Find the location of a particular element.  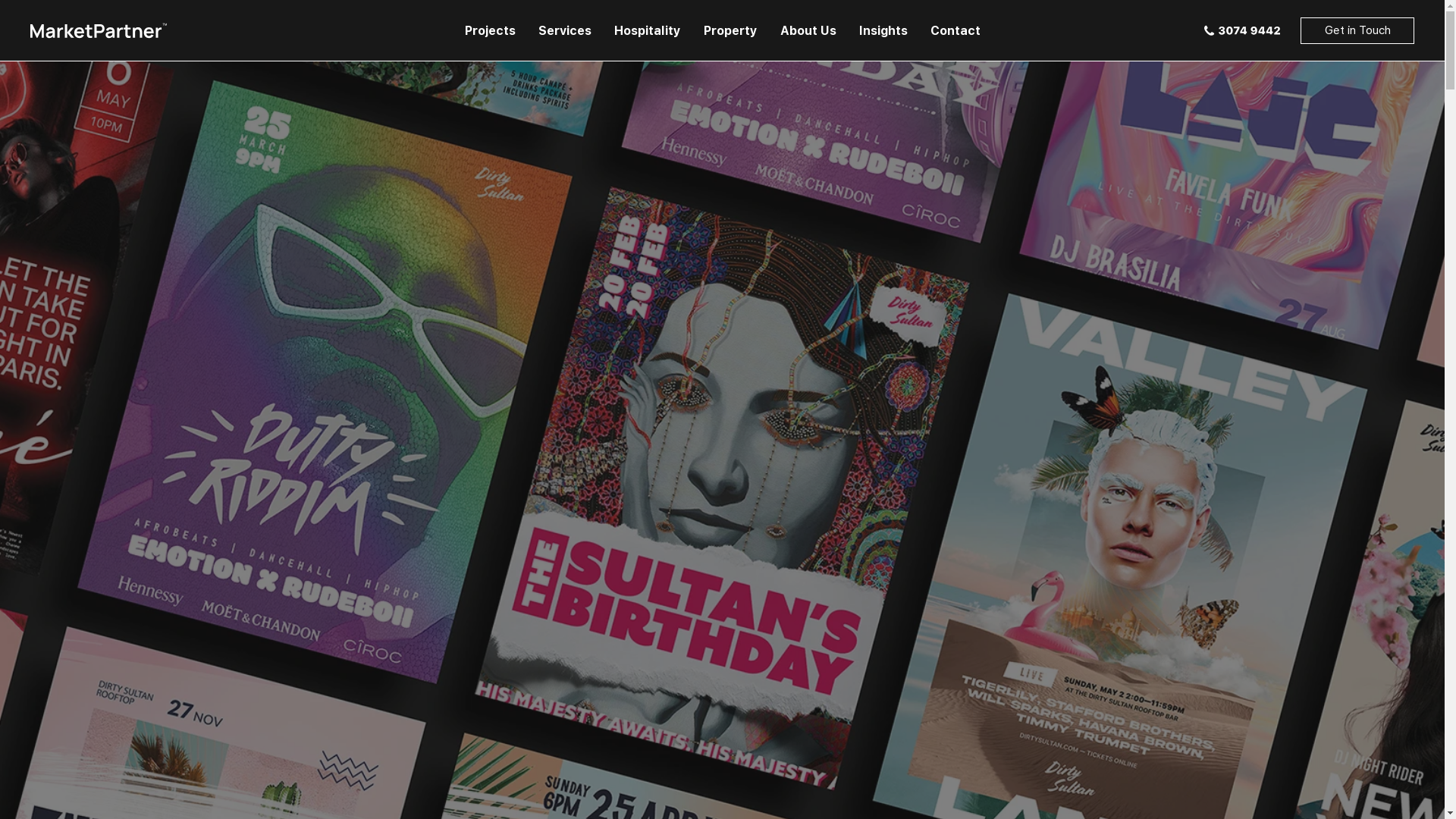

'Contact' is located at coordinates (954, 30).